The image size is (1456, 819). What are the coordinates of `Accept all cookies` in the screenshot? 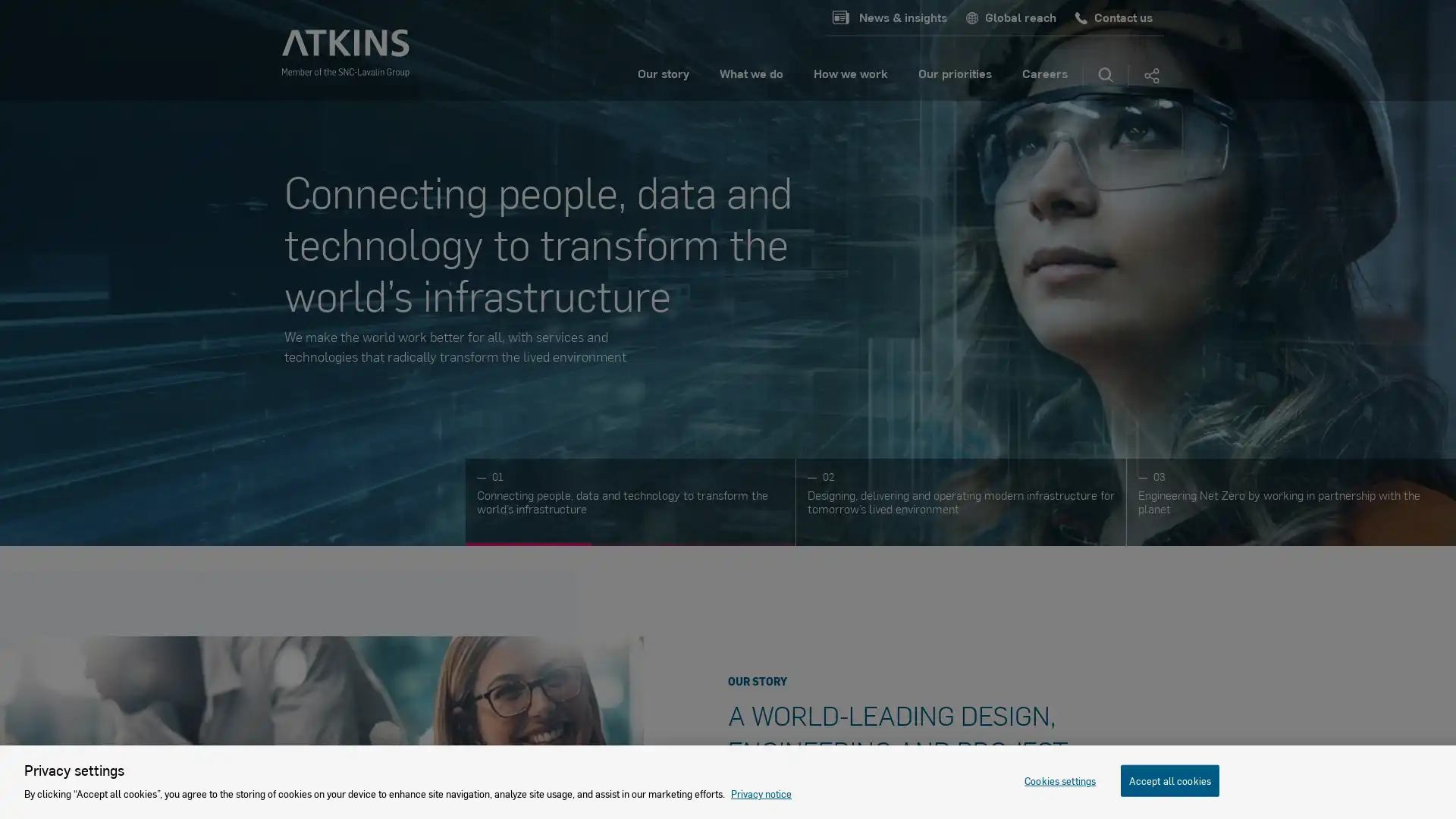 It's located at (1169, 780).